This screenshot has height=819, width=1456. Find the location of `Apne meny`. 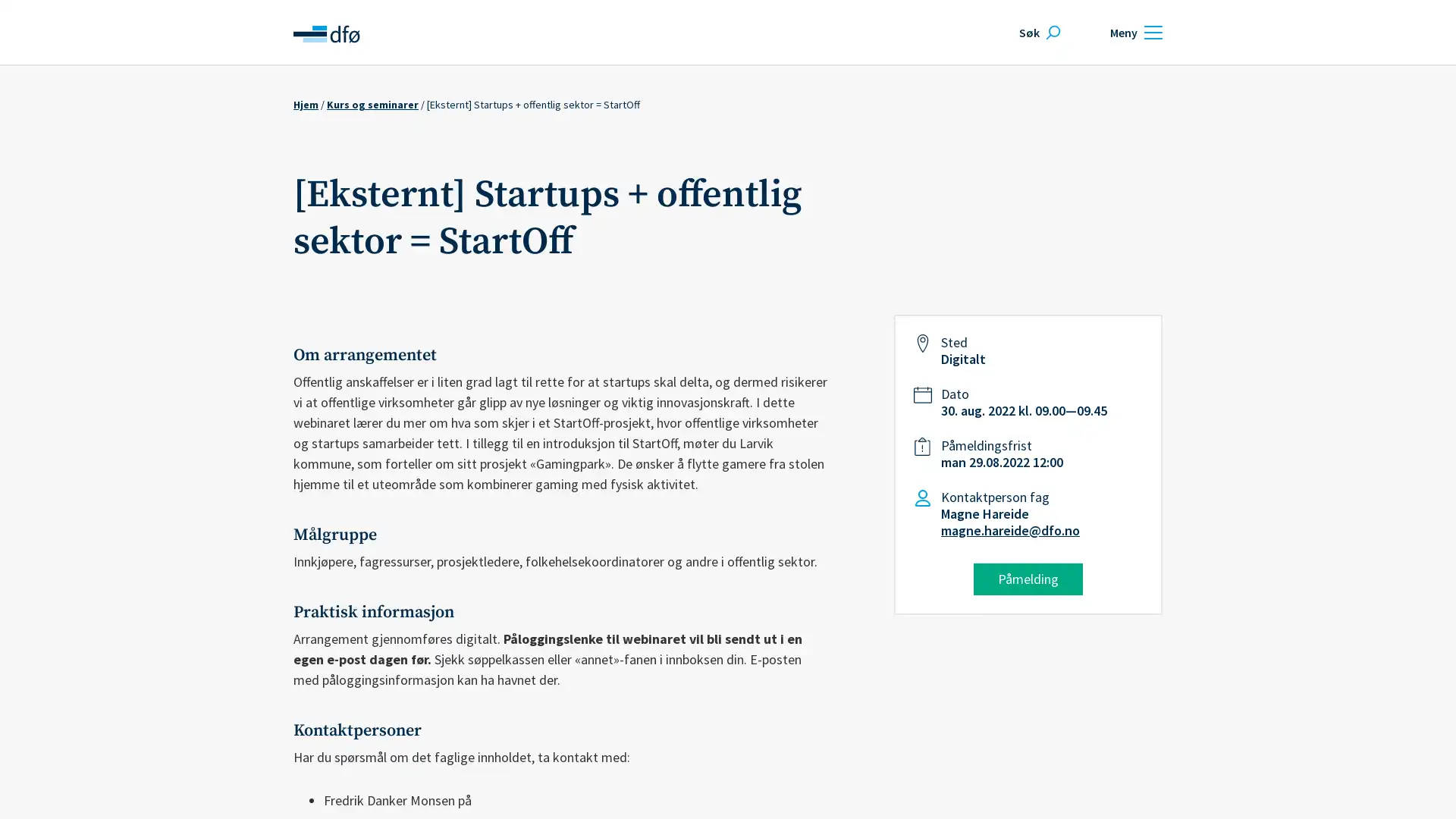

Apne meny is located at coordinates (1134, 32).